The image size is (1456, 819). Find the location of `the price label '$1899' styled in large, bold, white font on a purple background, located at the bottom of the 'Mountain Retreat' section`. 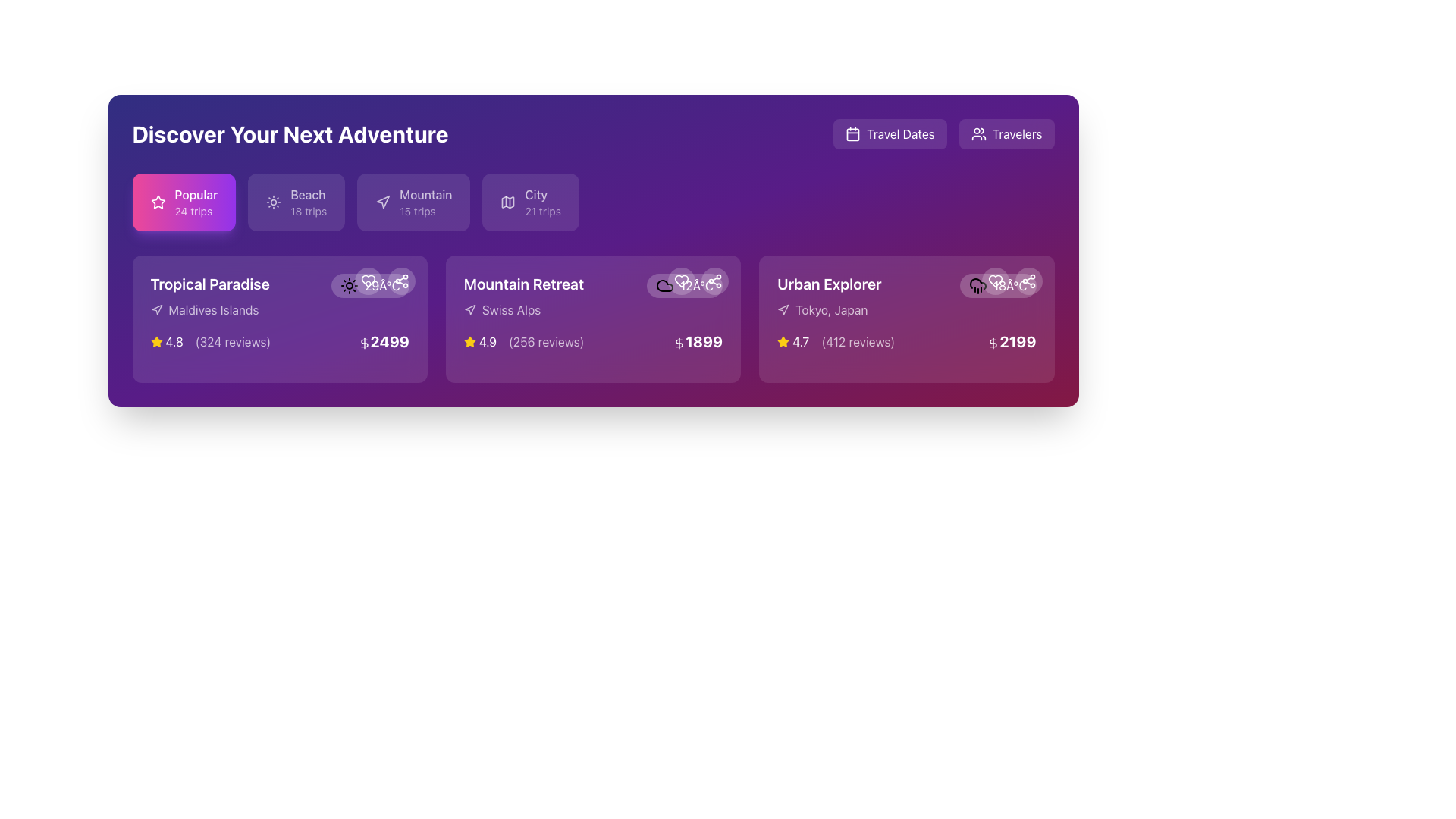

the price label '$1899' styled in large, bold, white font on a purple background, located at the bottom of the 'Mountain Retreat' section is located at coordinates (697, 342).